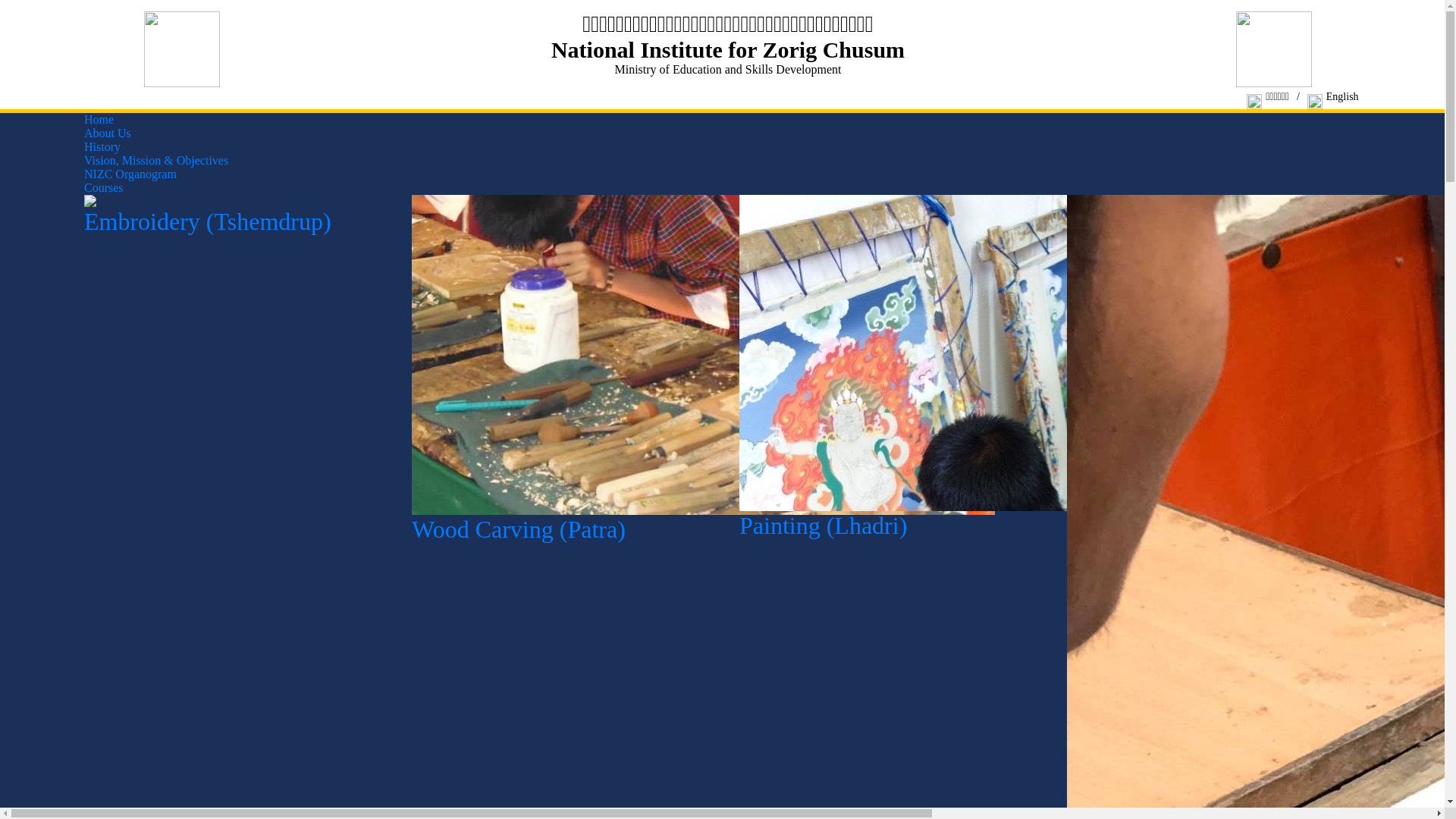 This screenshot has width=1456, height=819. What do you see at coordinates (103, 187) in the screenshot?
I see `'Courses'` at bounding box center [103, 187].